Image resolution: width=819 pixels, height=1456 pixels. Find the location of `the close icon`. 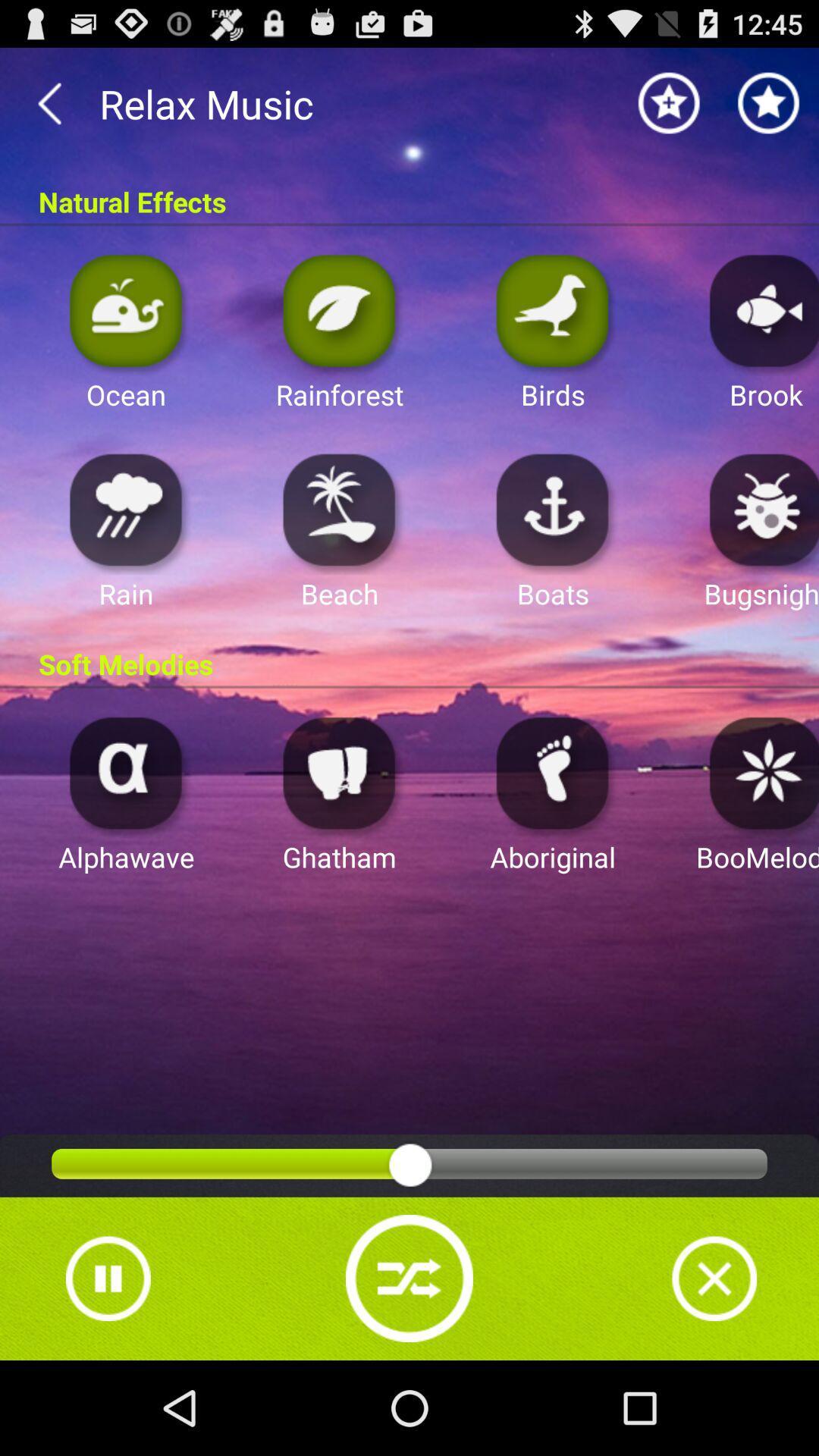

the close icon is located at coordinates (714, 1368).